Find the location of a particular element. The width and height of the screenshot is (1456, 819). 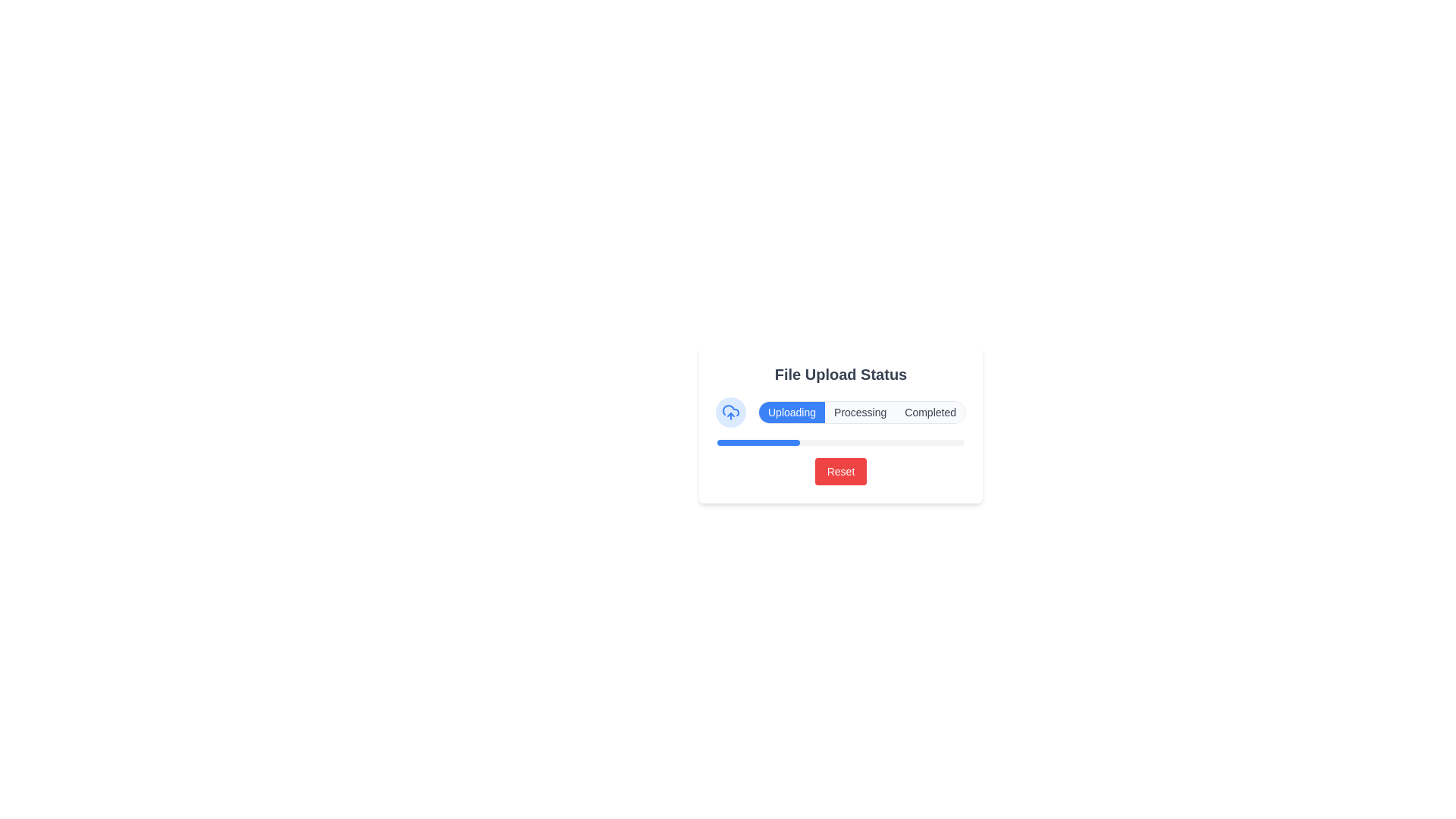

the static label indicating the status 'Completed', which is the third button in a horizontal set of status indicators is located at coordinates (930, 412).